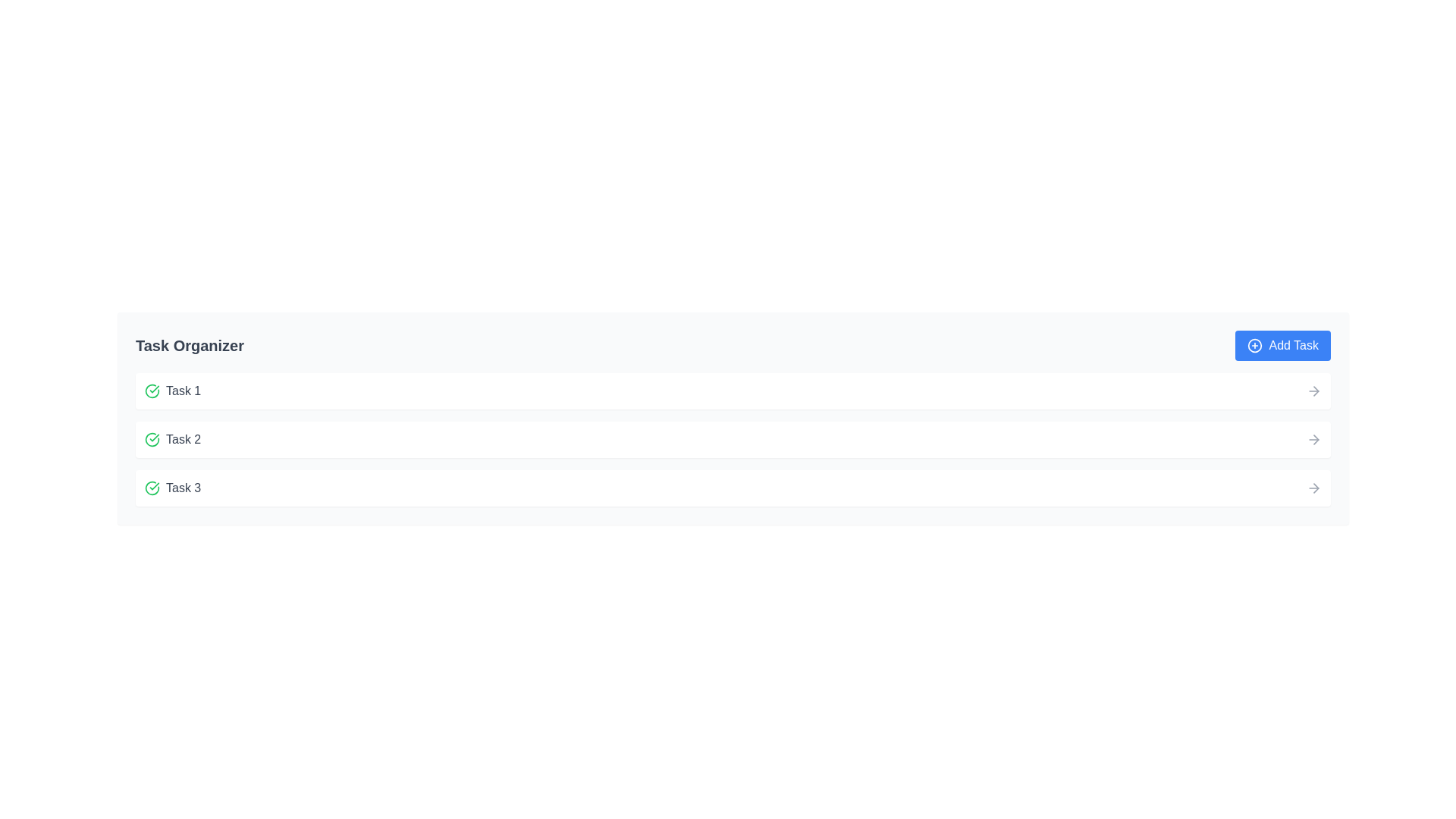 The height and width of the screenshot is (819, 1456). I want to click on the text label for the first task, so click(183, 391).